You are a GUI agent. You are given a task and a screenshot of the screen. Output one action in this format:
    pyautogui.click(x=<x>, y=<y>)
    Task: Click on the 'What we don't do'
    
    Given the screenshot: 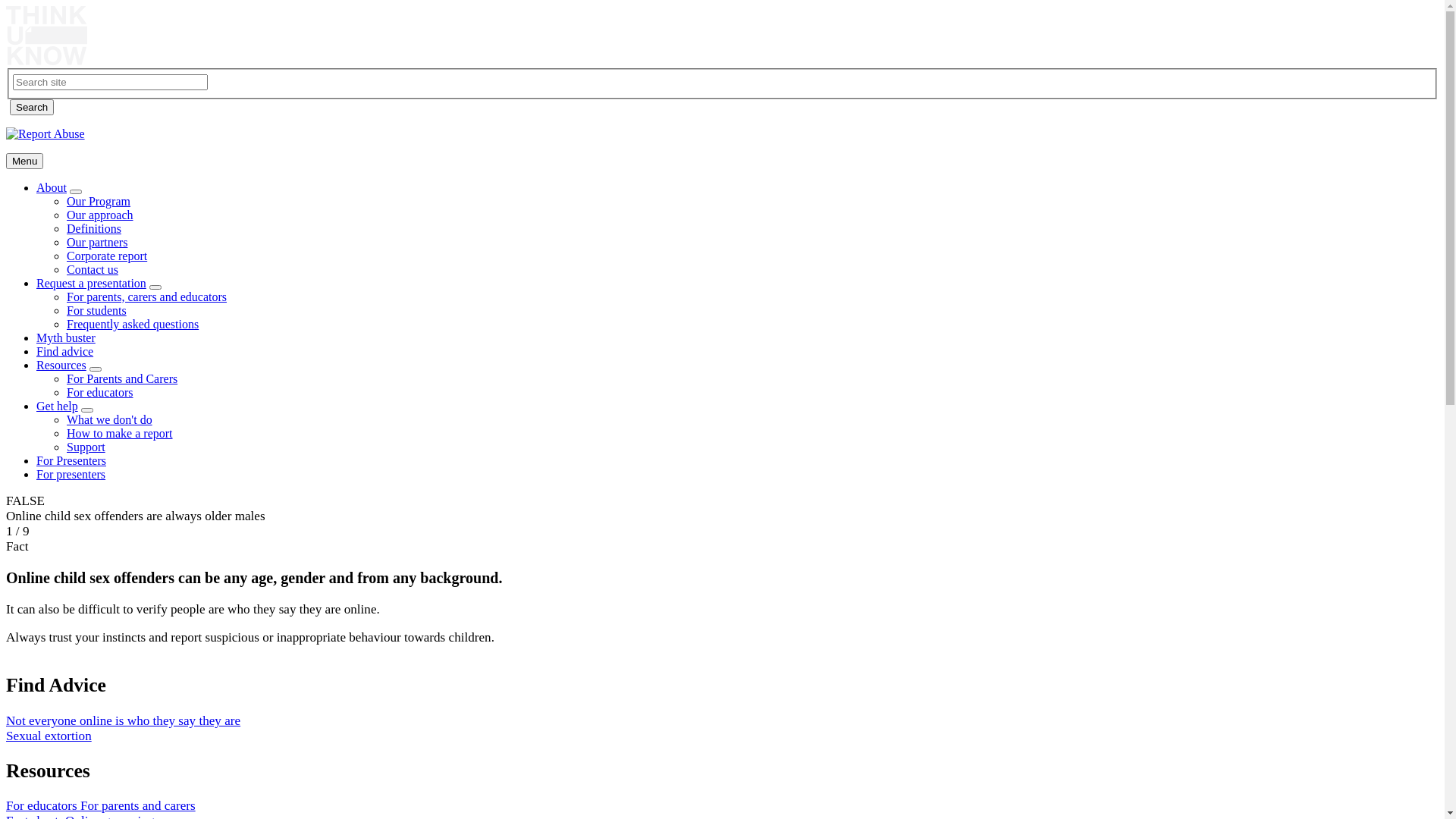 What is the action you would take?
    pyautogui.click(x=108, y=419)
    